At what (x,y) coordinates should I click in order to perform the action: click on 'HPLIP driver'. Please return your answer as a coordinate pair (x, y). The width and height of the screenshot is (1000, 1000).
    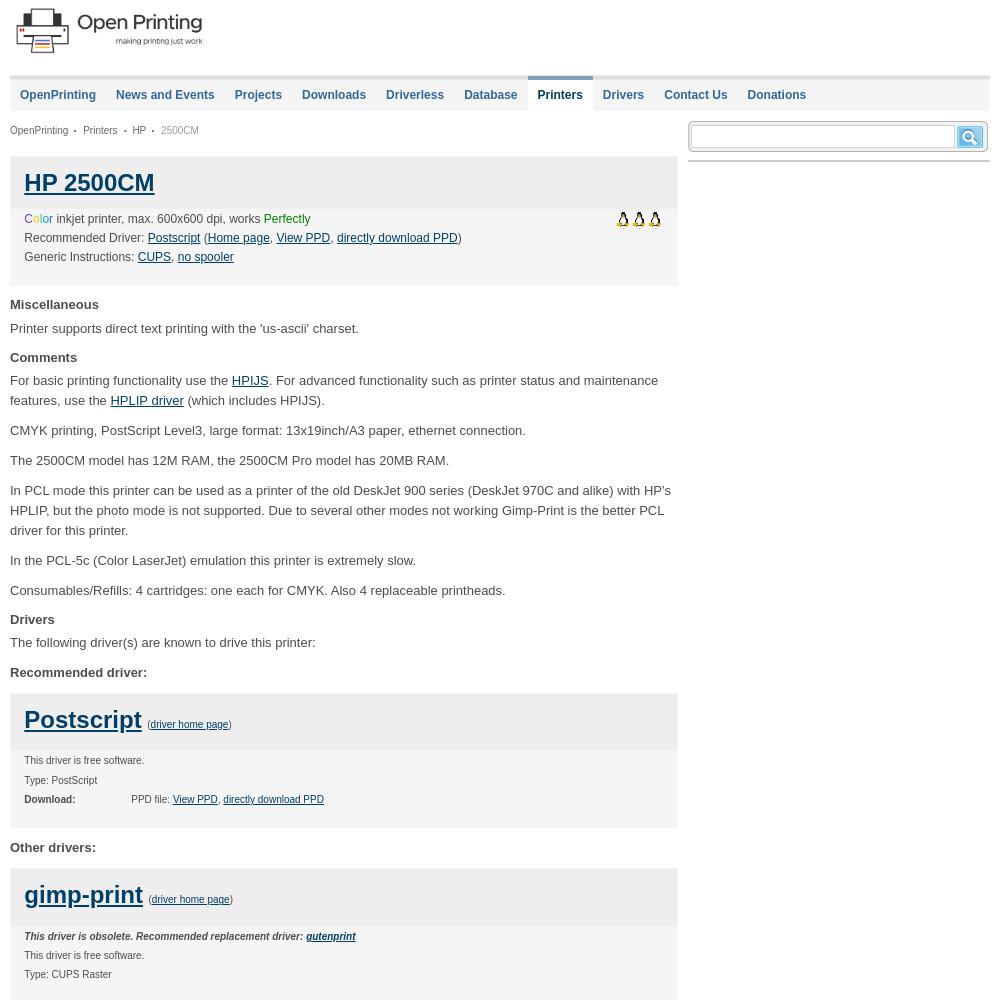
    Looking at the image, I should click on (146, 399).